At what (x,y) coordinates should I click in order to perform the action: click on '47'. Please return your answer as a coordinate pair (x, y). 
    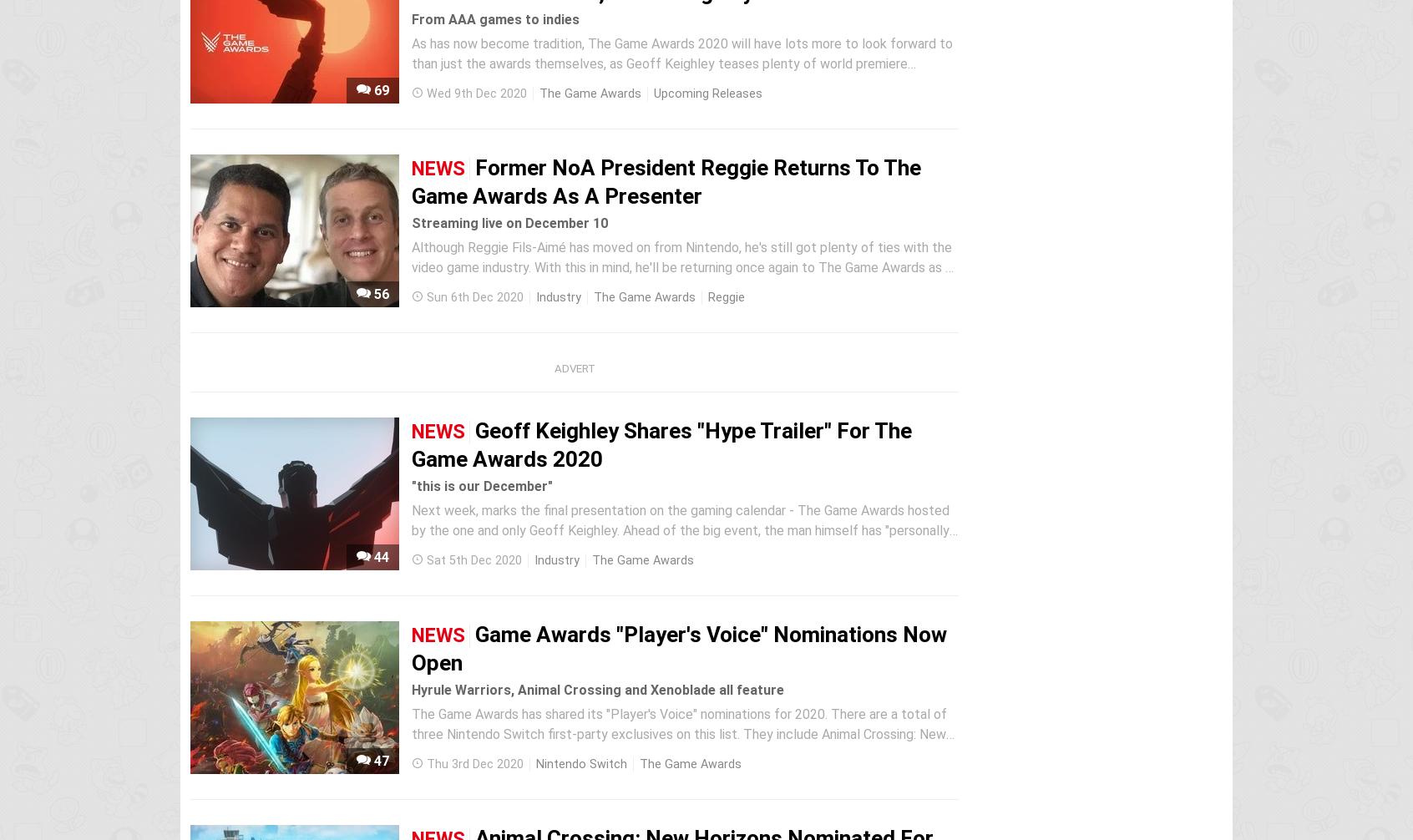
    Looking at the image, I should click on (378, 760).